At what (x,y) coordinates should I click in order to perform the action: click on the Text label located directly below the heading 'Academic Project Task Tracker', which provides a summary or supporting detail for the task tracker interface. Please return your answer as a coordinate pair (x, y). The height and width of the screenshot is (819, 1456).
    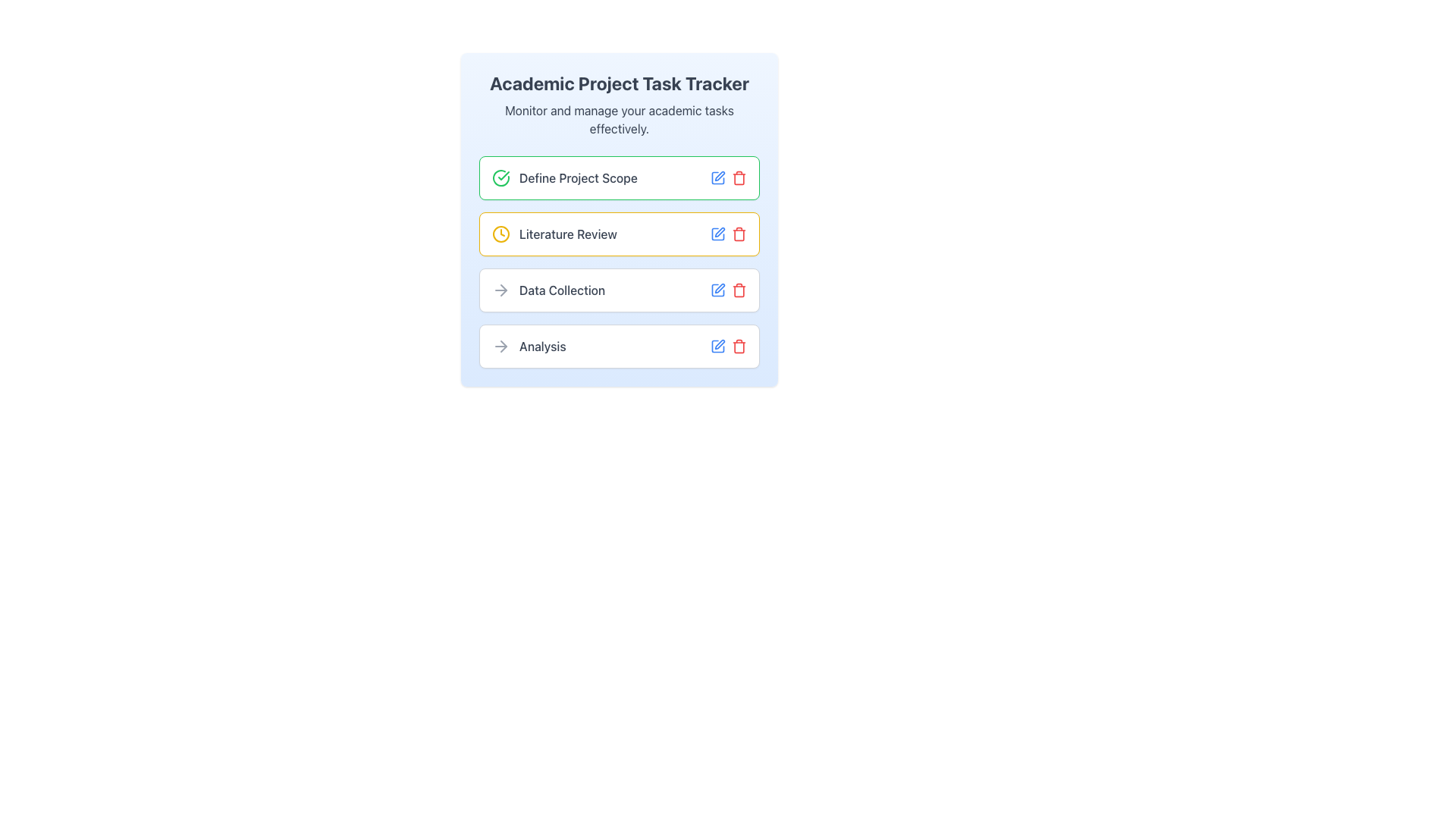
    Looking at the image, I should click on (619, 119).